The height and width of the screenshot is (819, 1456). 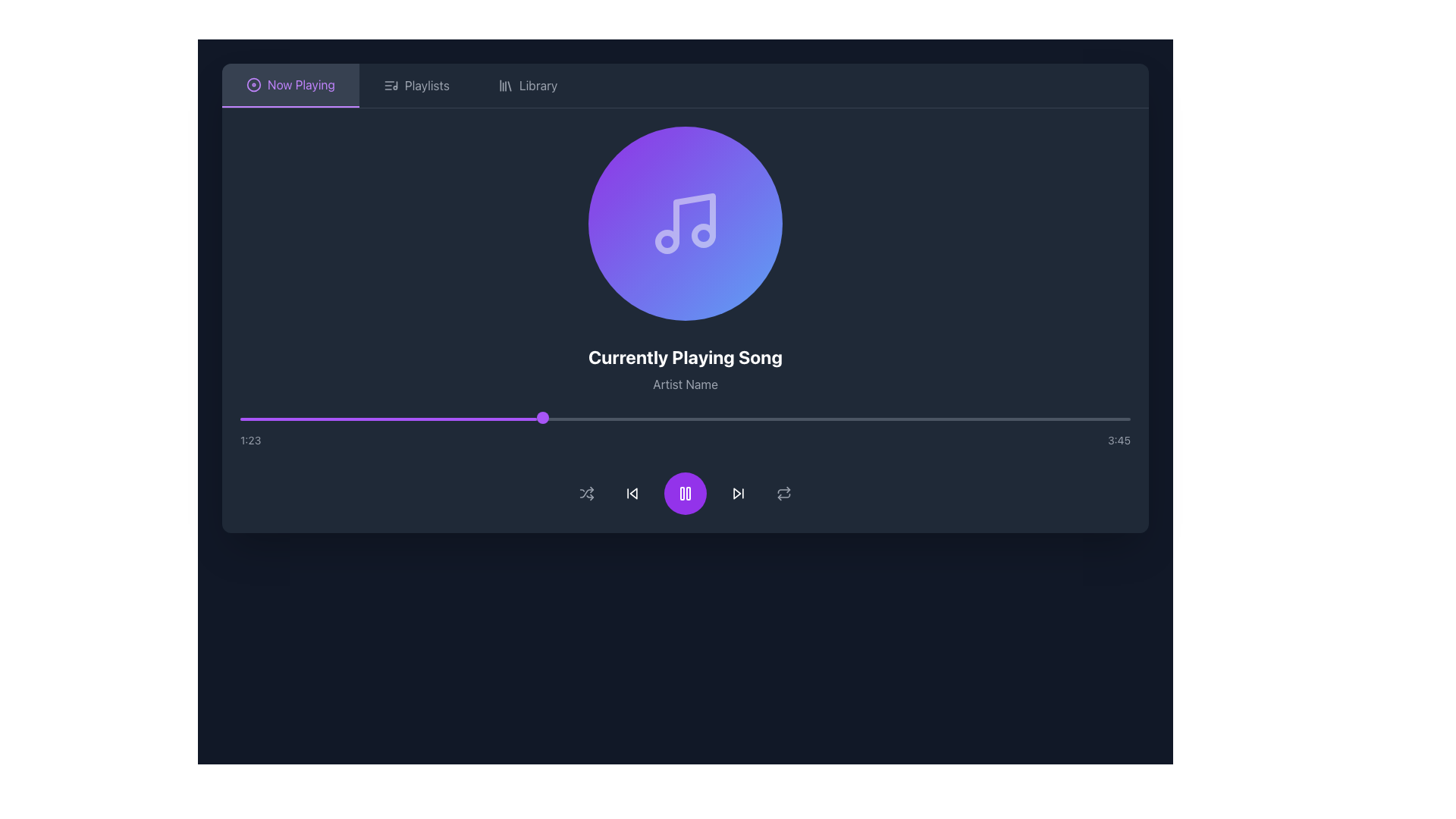 What do you see at coordinates (416, 85) in the screenshot?
I see `the navigation button that redirects to the playlists section, located between 'Now Playing' and 'Library' in the navigation bar` at bounding box center [416, 85].